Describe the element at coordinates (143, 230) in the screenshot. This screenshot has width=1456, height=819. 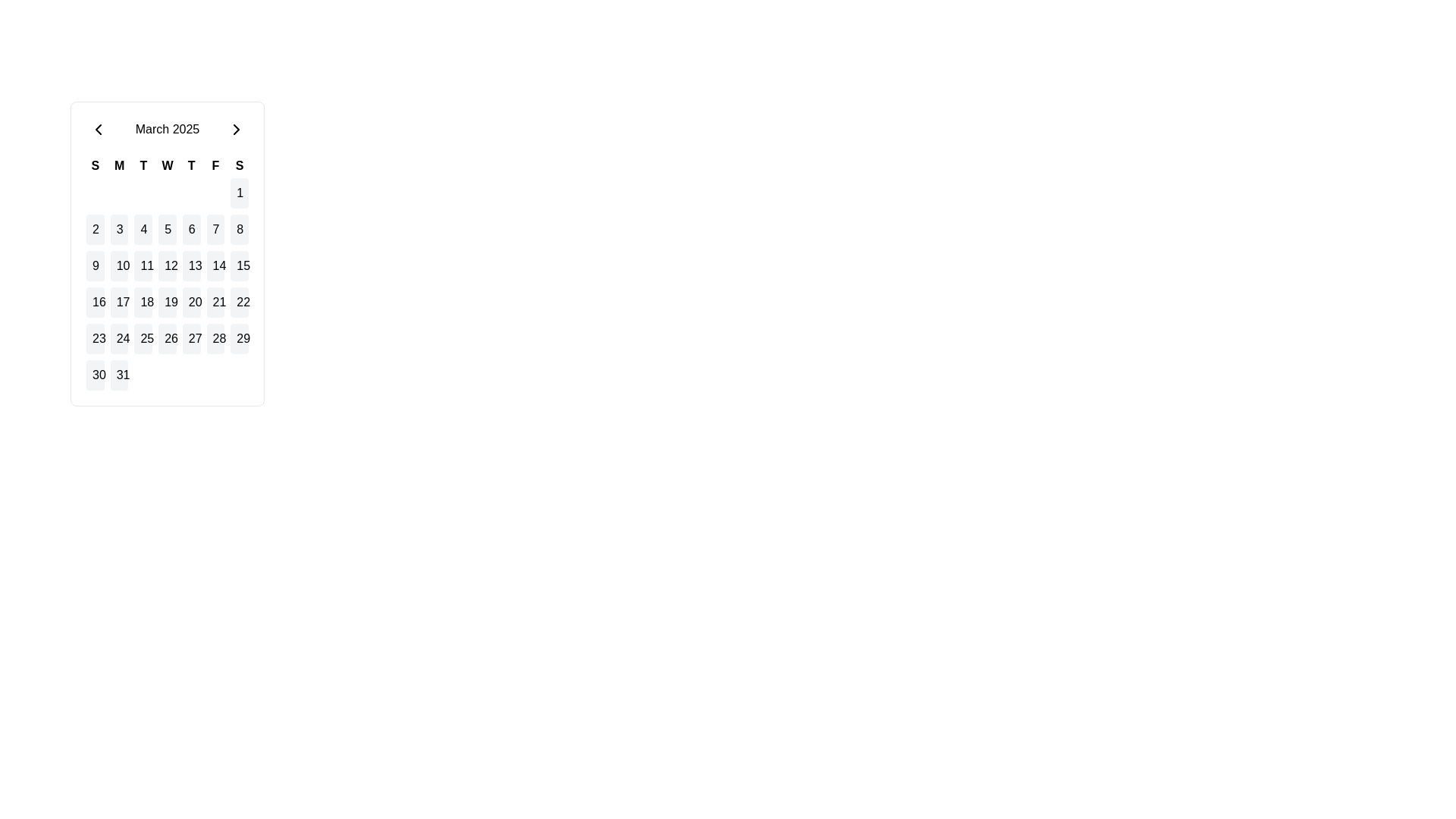
I see `the button representing the date March 4, 2025, in the calendar interface` at that location.